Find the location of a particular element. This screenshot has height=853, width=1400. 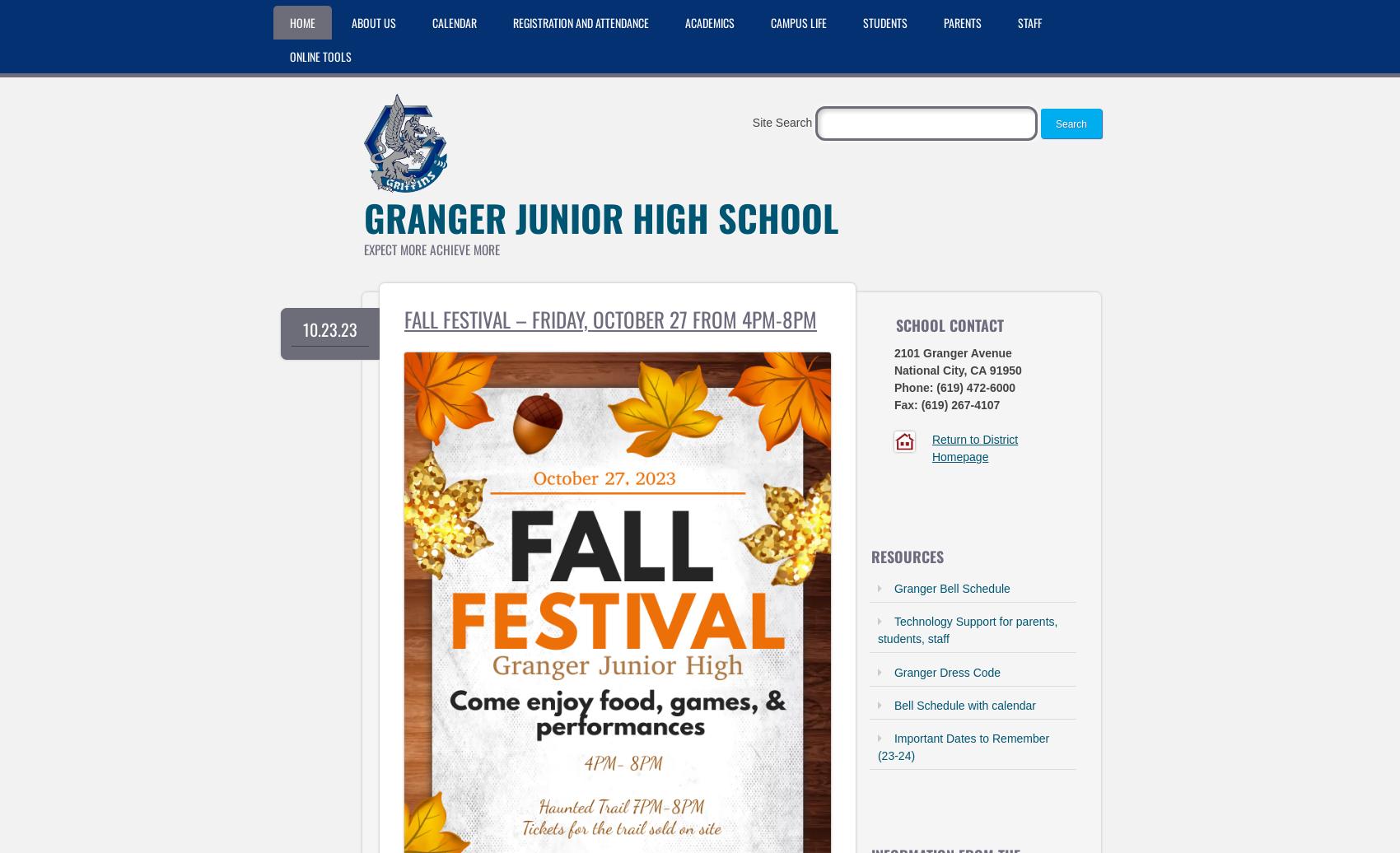

'2101 Granger Avenue' is located at coordinates (952, 353).